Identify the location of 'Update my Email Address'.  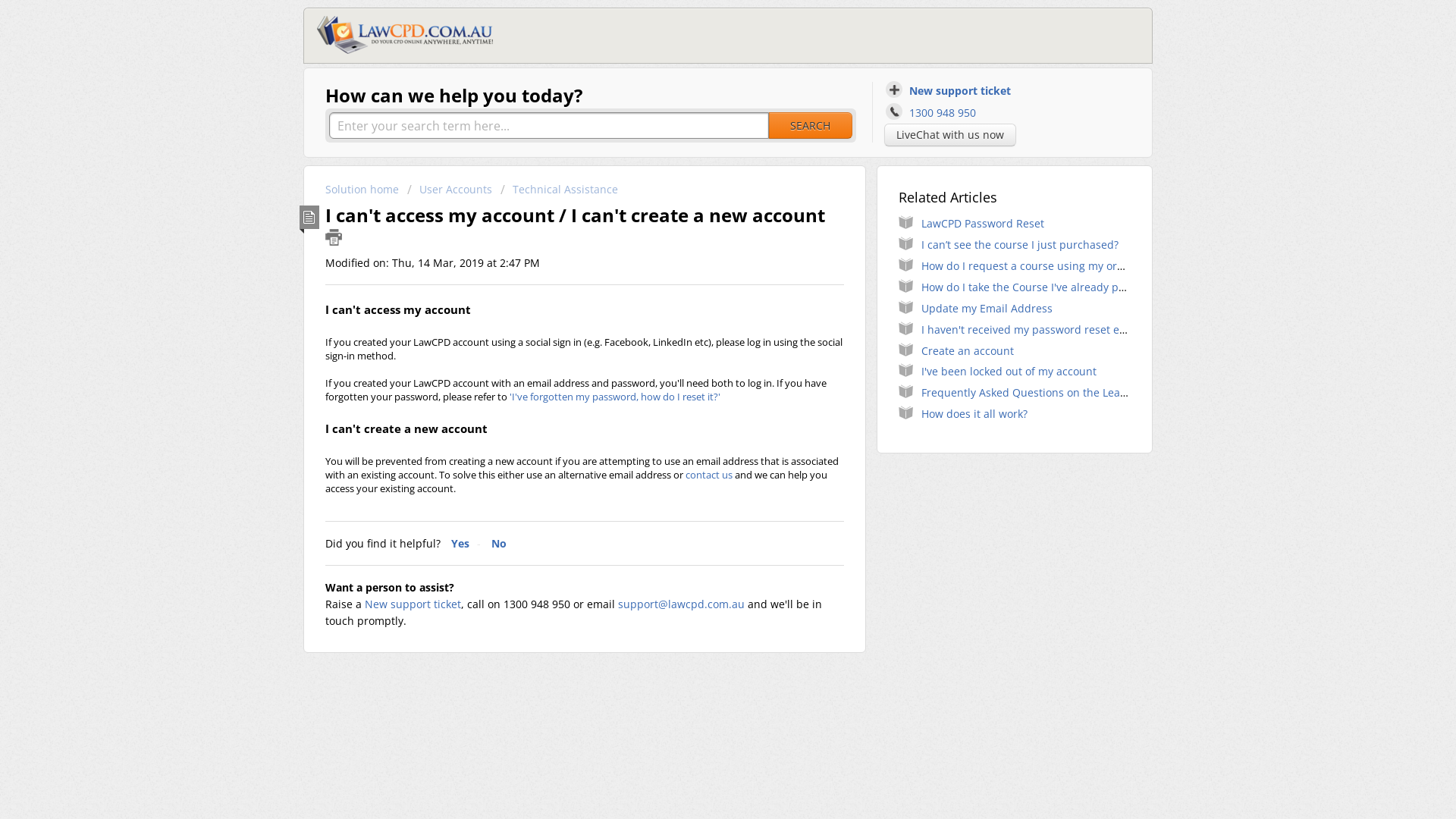
(987, 307).